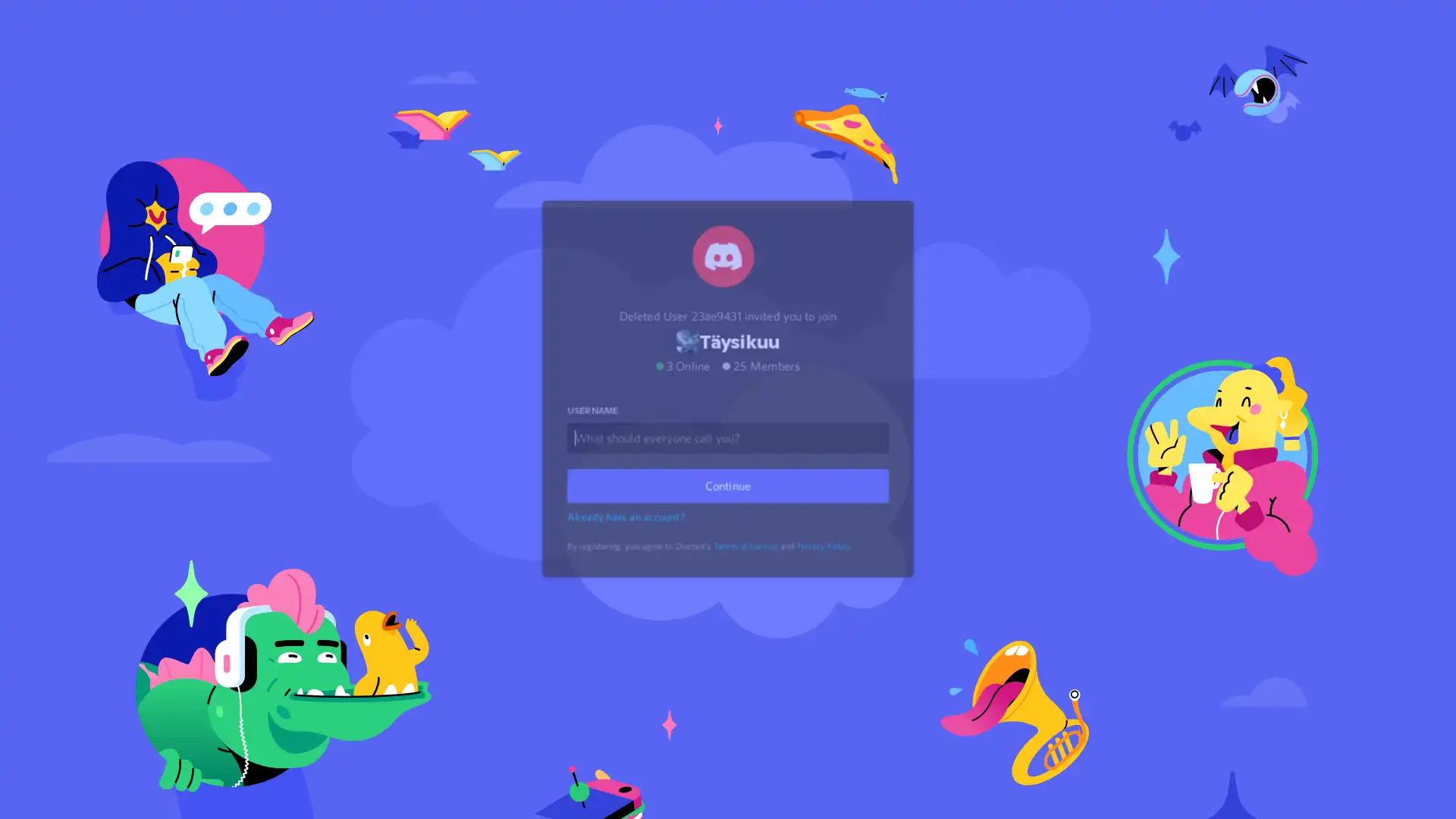  Describe the element at coordinates (628, 534) in the screenshot. I see `Already have an account?` at that location.